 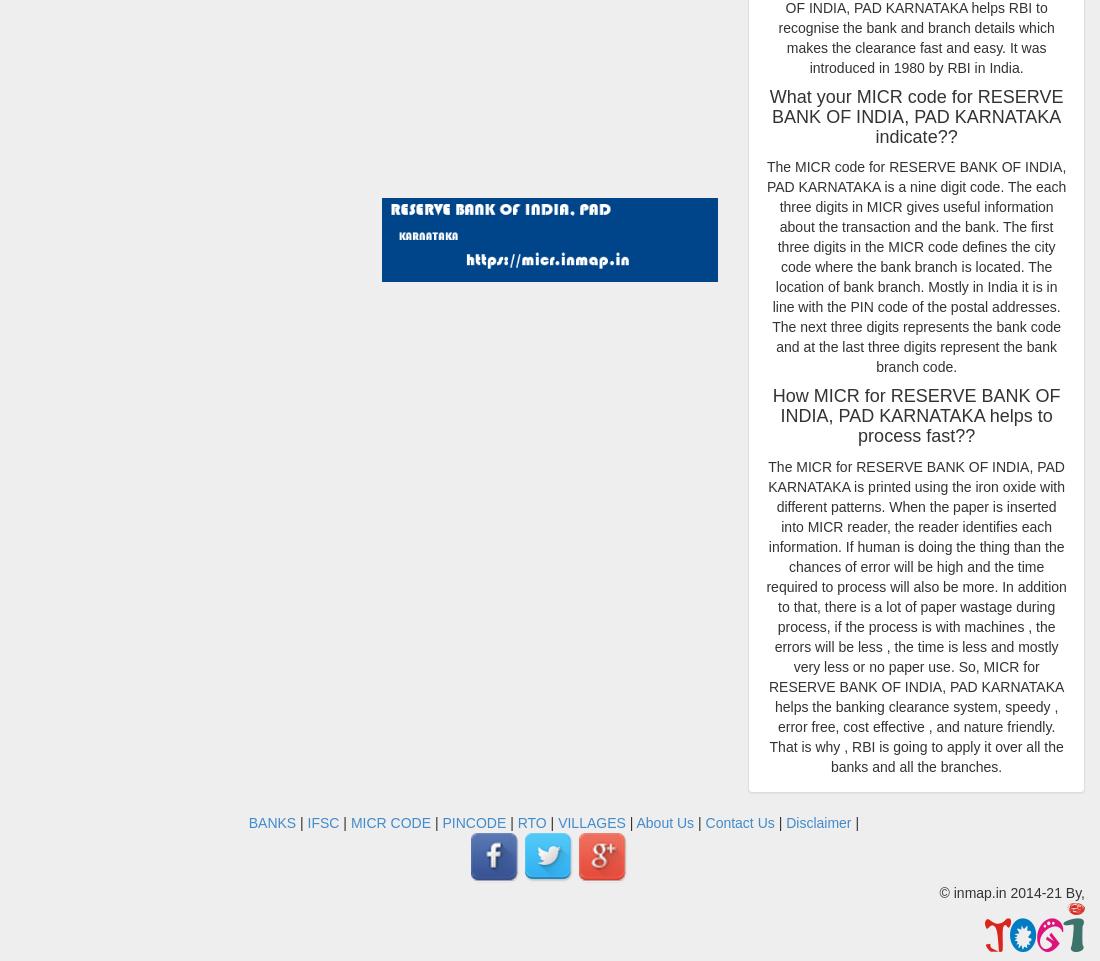 I want to click on 'VILLAGES', so click(x=590, y=822).